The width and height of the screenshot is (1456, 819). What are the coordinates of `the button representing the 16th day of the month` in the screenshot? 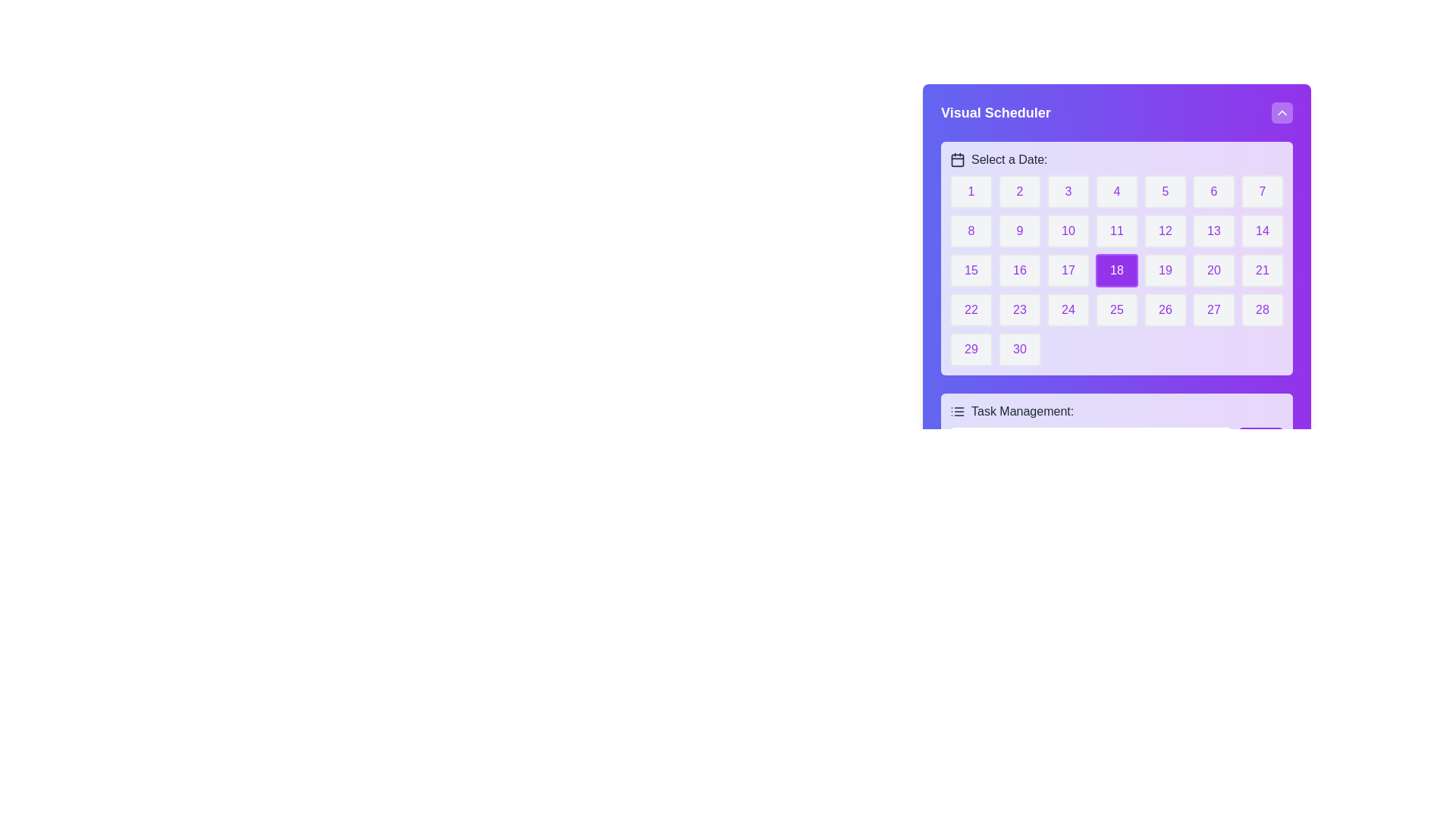 It's located at (1019, 270).